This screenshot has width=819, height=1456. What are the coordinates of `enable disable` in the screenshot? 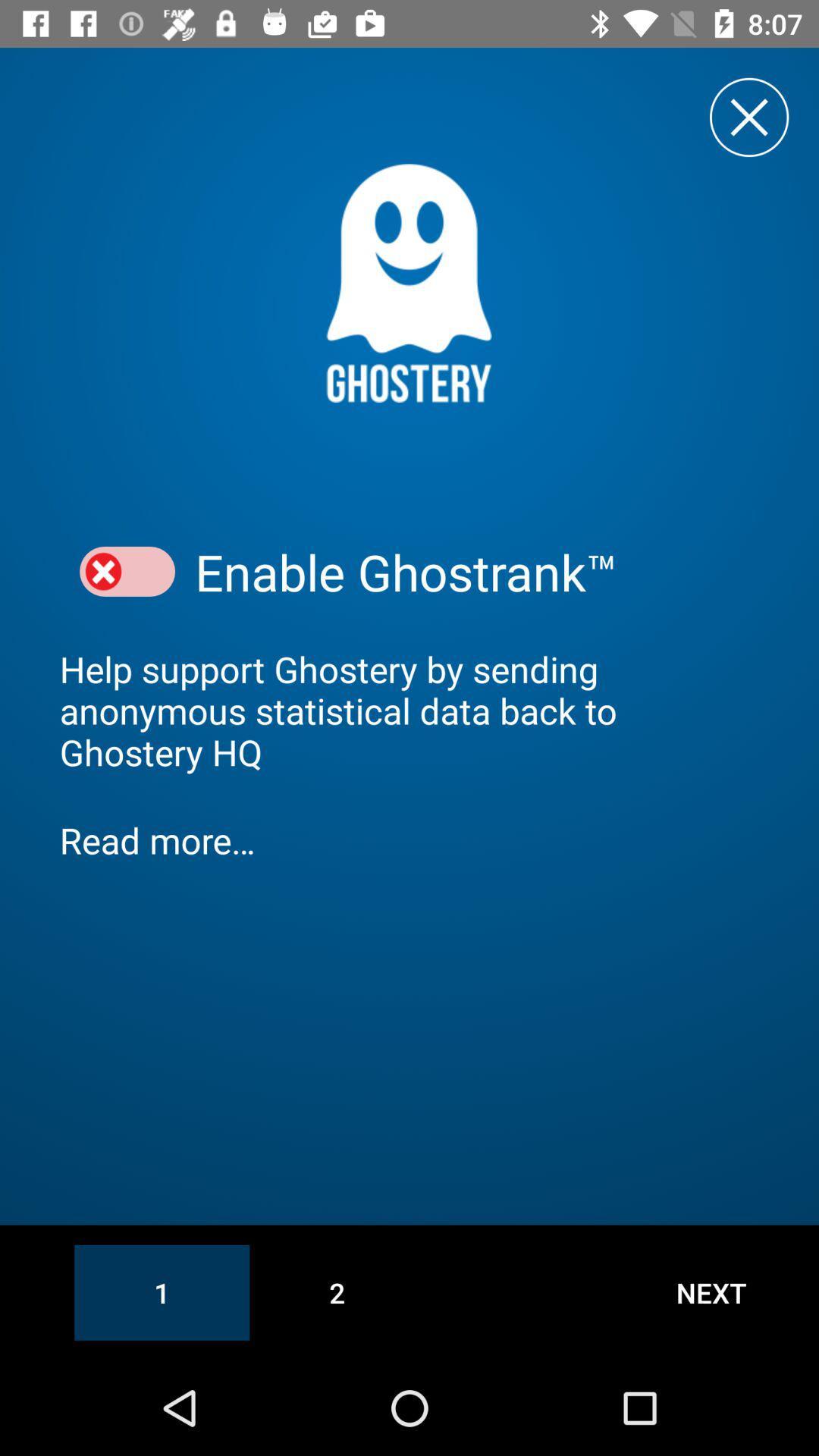 It's located at (127, 571).